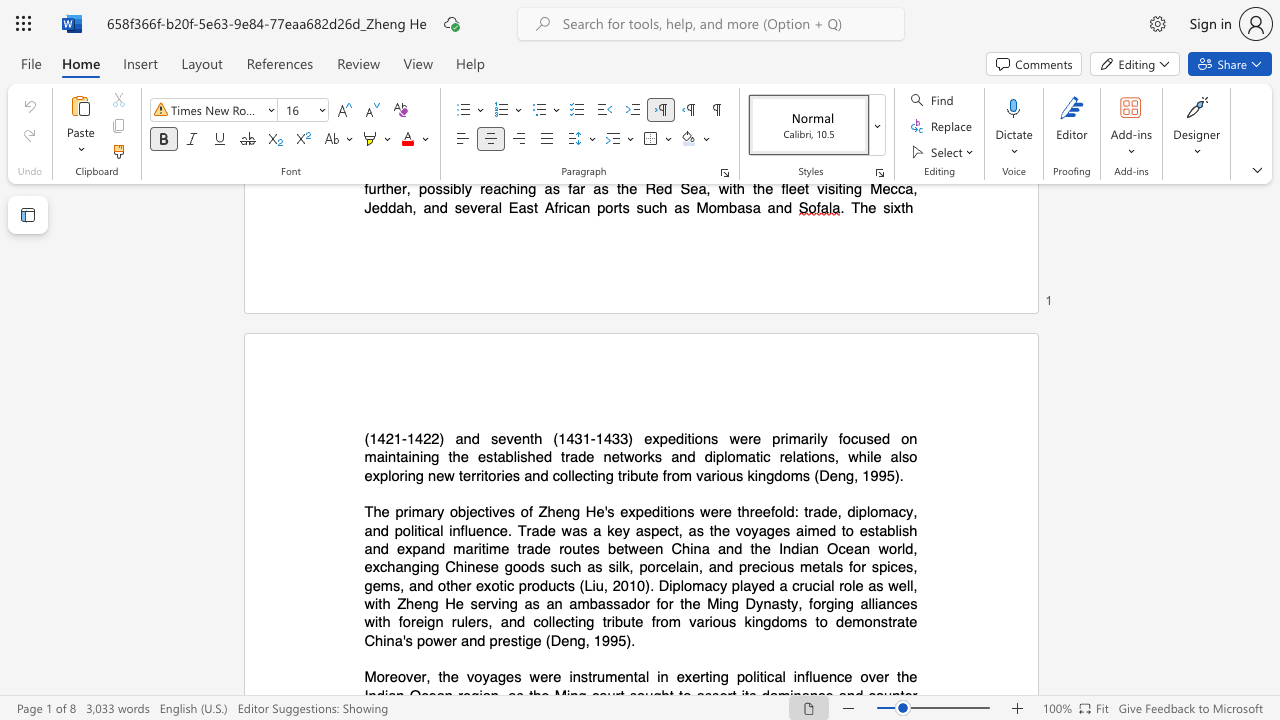 Image resolution: width=1280 pixels, height=720 pixels. What do you see at coordinates (678, 529) in the screenshot?
I see `the subset text ", as the voyages aimed" within the text "of Zheng He"` at bounding box center [678, 529].